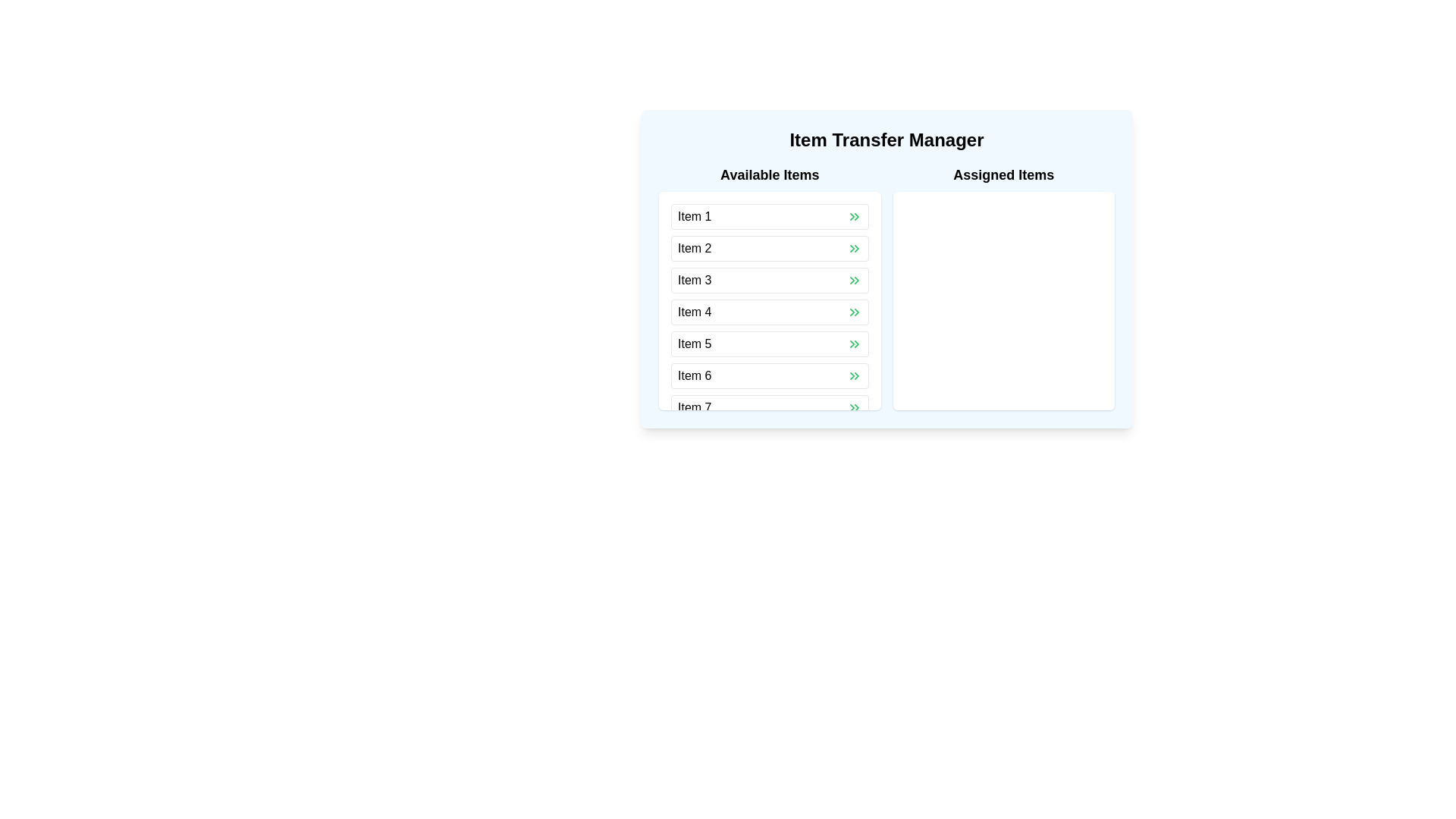 This screenshot has height=819, width=1456. I want to click on the fourth item in the 'Available Items' list within the 'Item Transfer Manager', so click(770, 312).